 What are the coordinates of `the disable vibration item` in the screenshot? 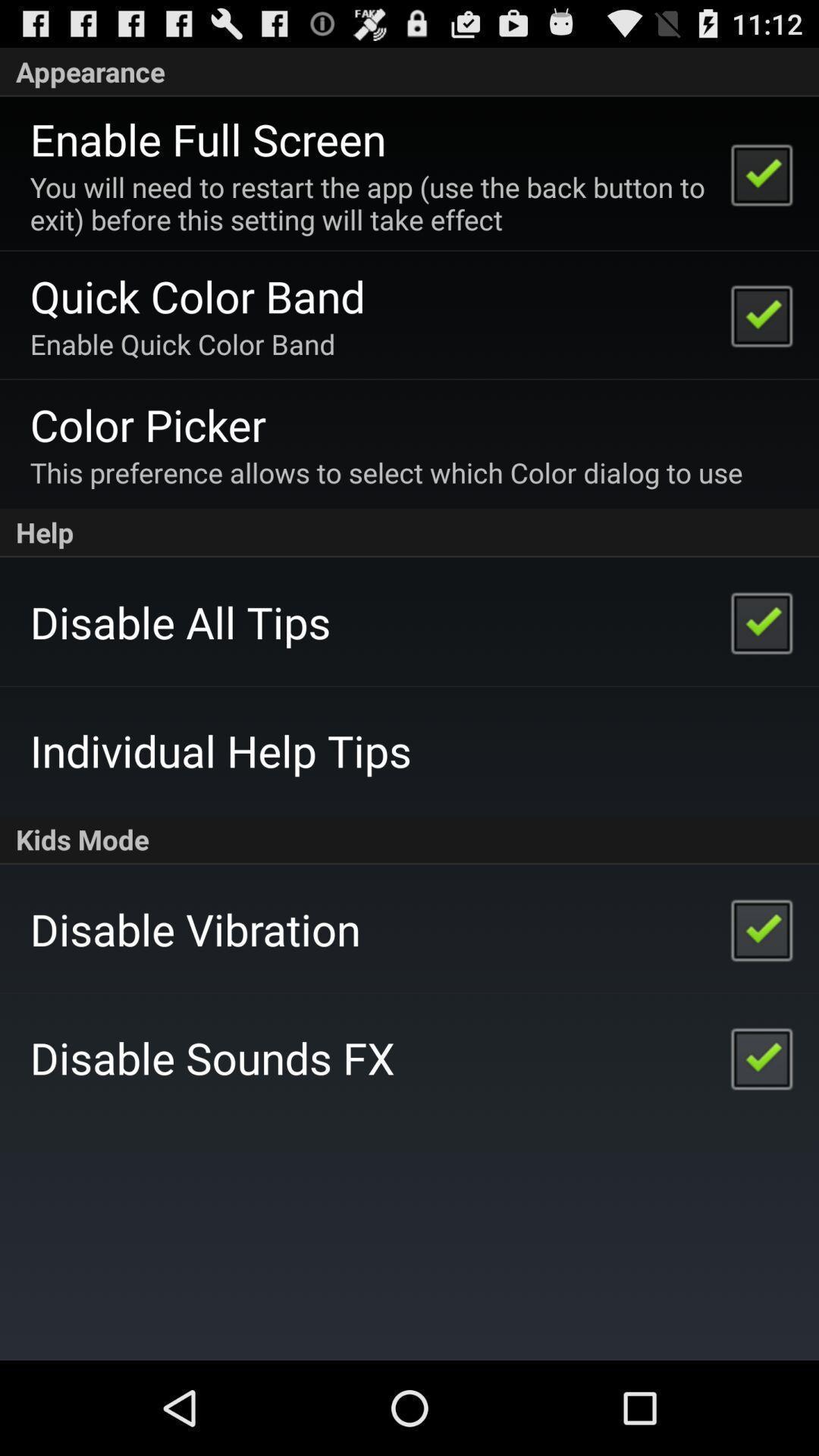 It's located at (194, 928).